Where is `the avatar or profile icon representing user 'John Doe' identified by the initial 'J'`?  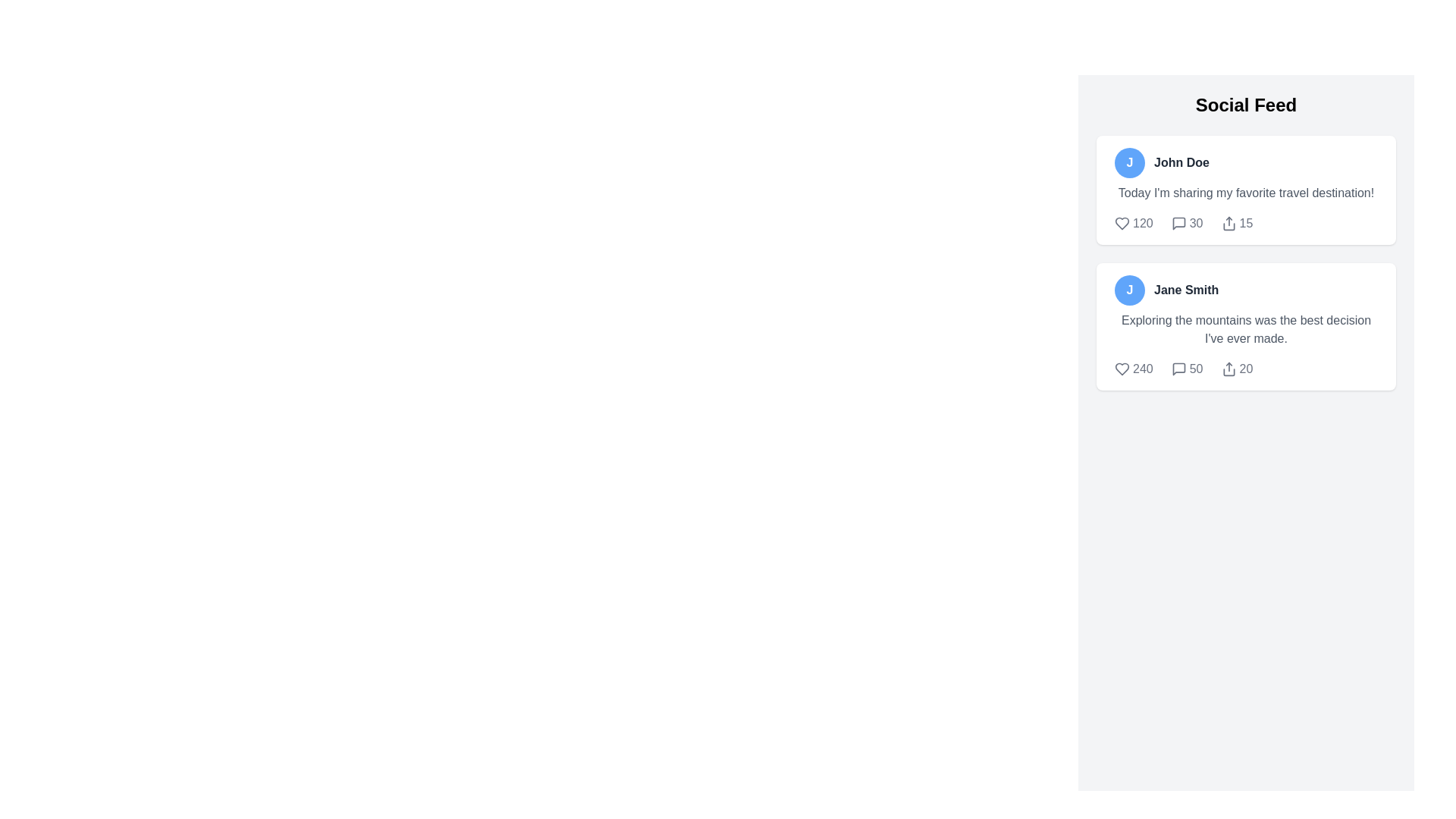
the avatar or profile icon representing user 'John Doe' identified by the initial 'J' is located at coordinates (1129, 163).